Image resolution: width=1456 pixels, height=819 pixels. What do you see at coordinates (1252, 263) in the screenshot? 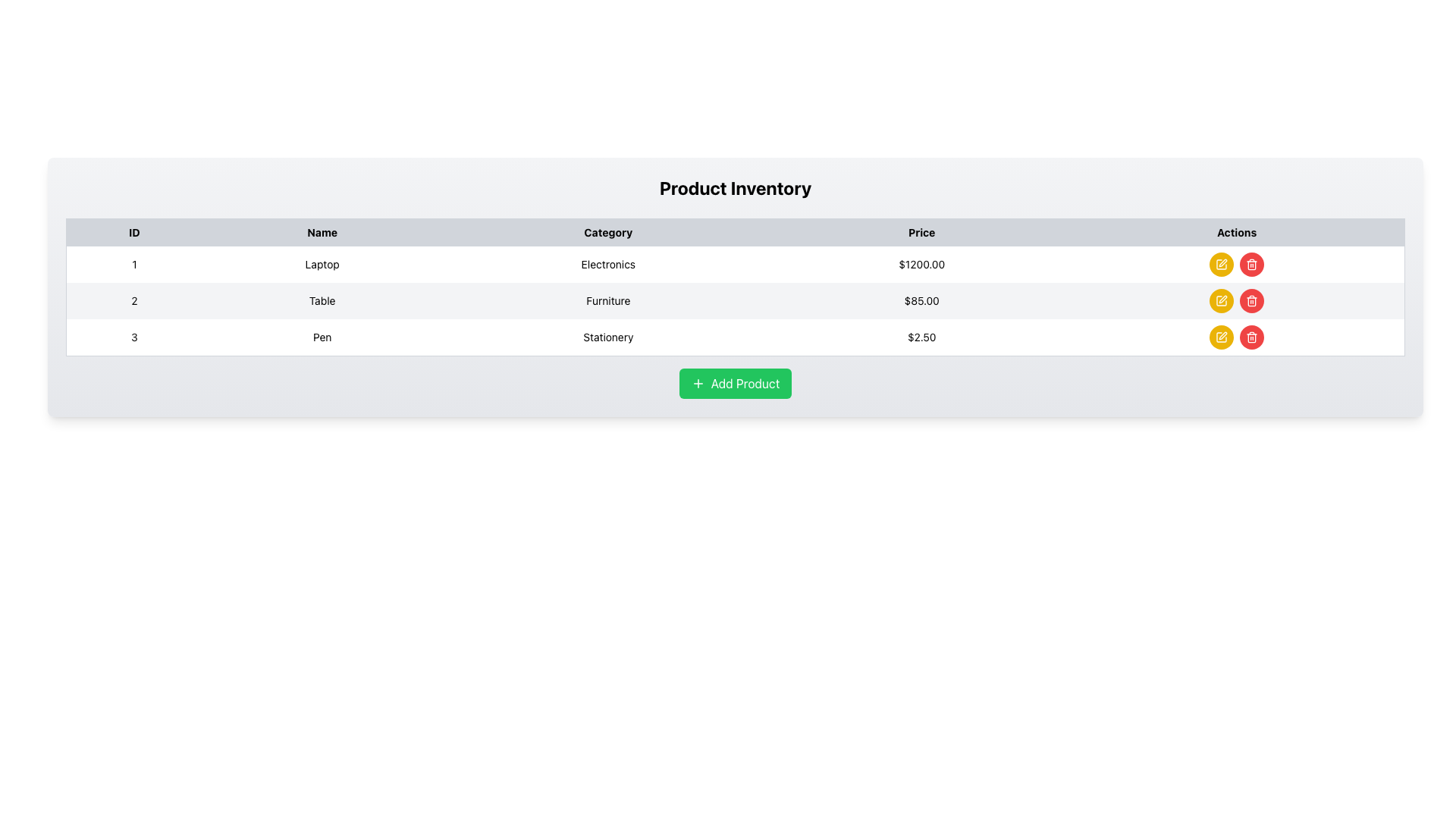
I see `the delete button located in the rightmost 'Actions' column of the row for the third item in the product inventory table` at bounding box center [1252, 263].